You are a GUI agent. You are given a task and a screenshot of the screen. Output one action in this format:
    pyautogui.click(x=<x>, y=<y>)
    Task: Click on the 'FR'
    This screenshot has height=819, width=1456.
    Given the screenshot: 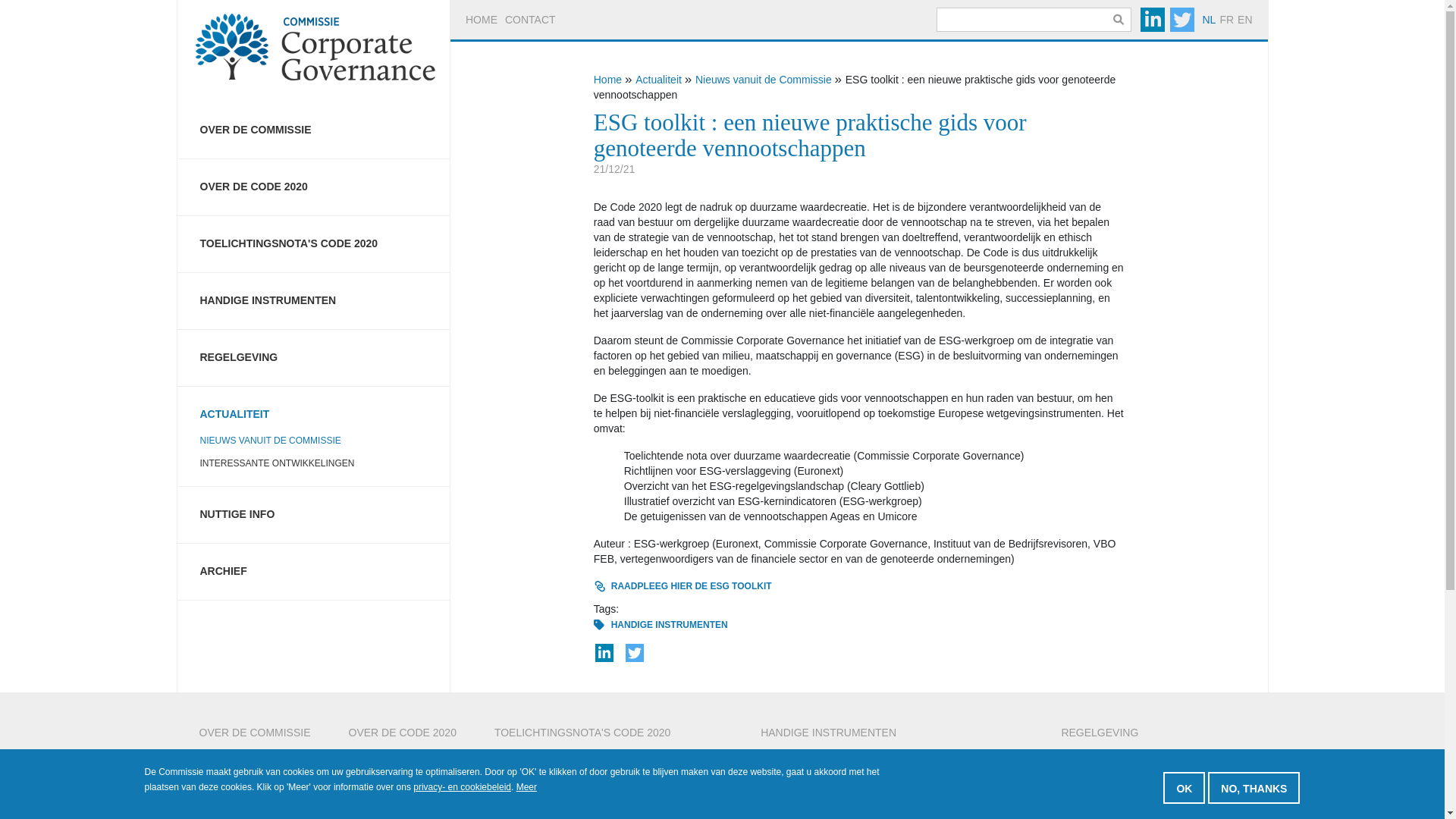 What is the action you would take?
    pyautogui.click(x=1226, y=20)
    